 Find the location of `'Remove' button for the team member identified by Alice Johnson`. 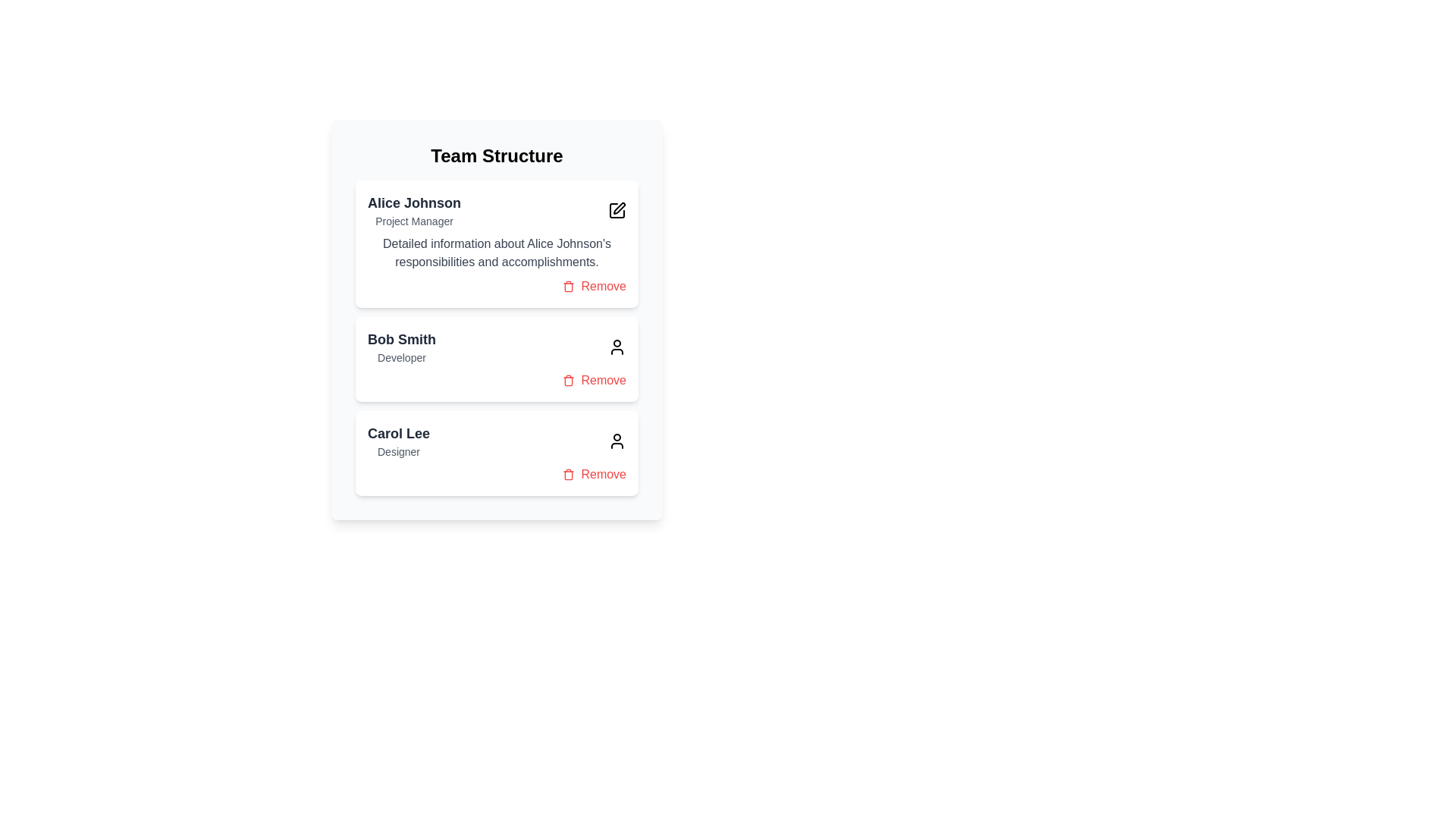

'Remove' button for the team member identified by Alice Johnson is located at coordinates (593, 287).